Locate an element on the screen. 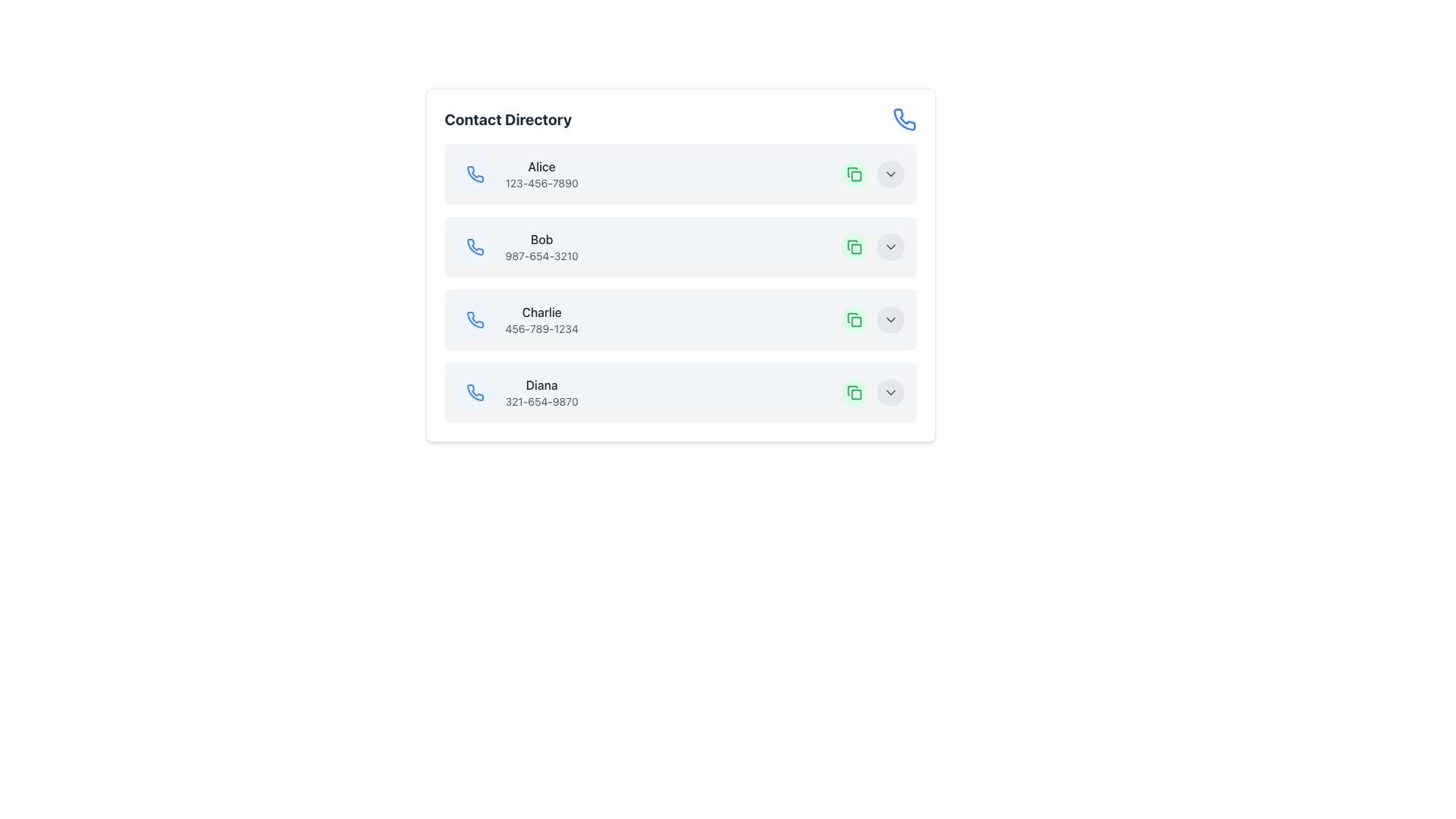 Image resolution: width=1456 pixels, height=819 pixels. the Chevron Down icon located at the top-right corner of Alice's contact entry in the Contact Directory is located at coordinates (890, 174).